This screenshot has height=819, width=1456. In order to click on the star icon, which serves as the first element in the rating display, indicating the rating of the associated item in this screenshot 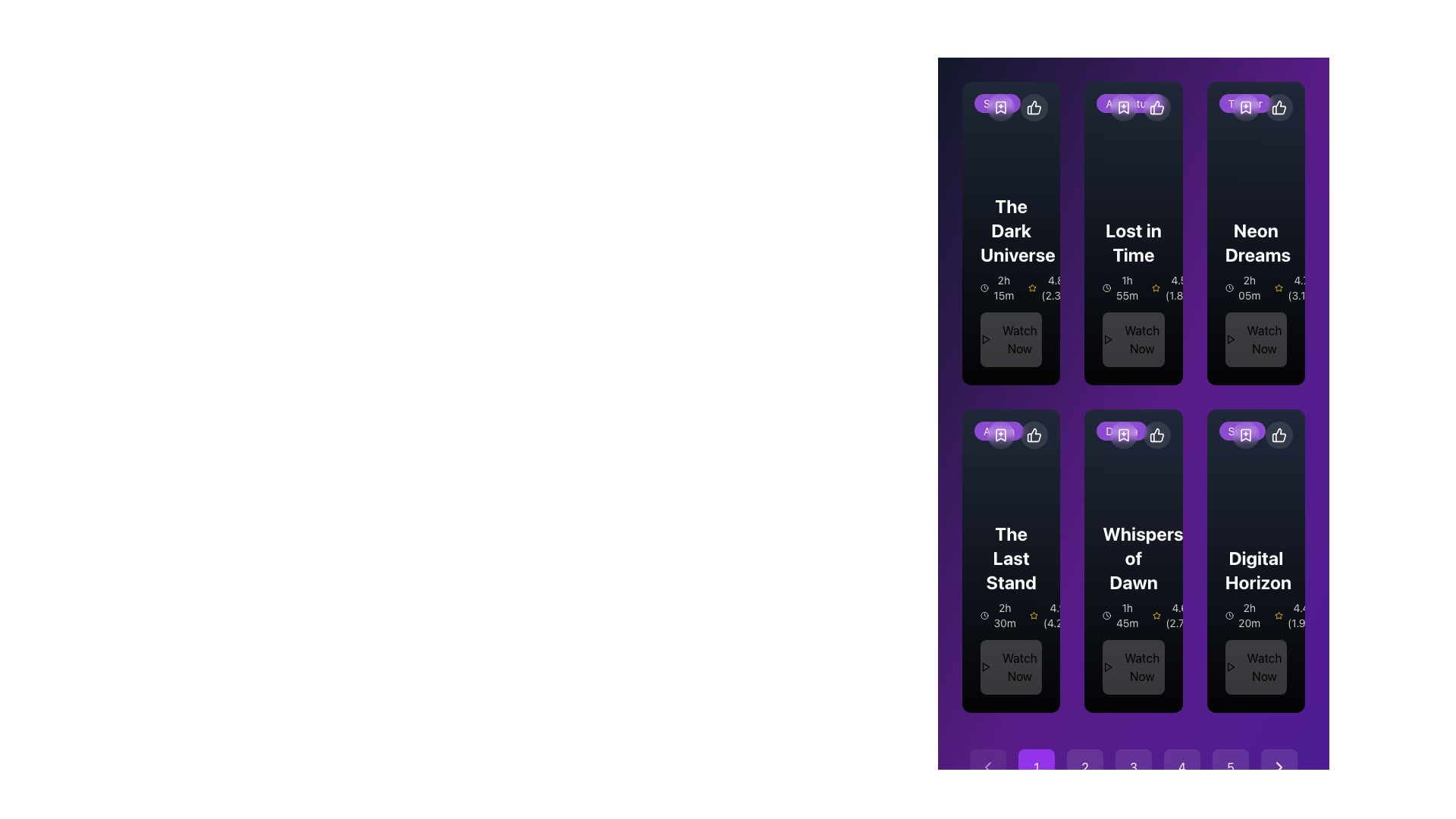, I will do `click(1033, 616)`.